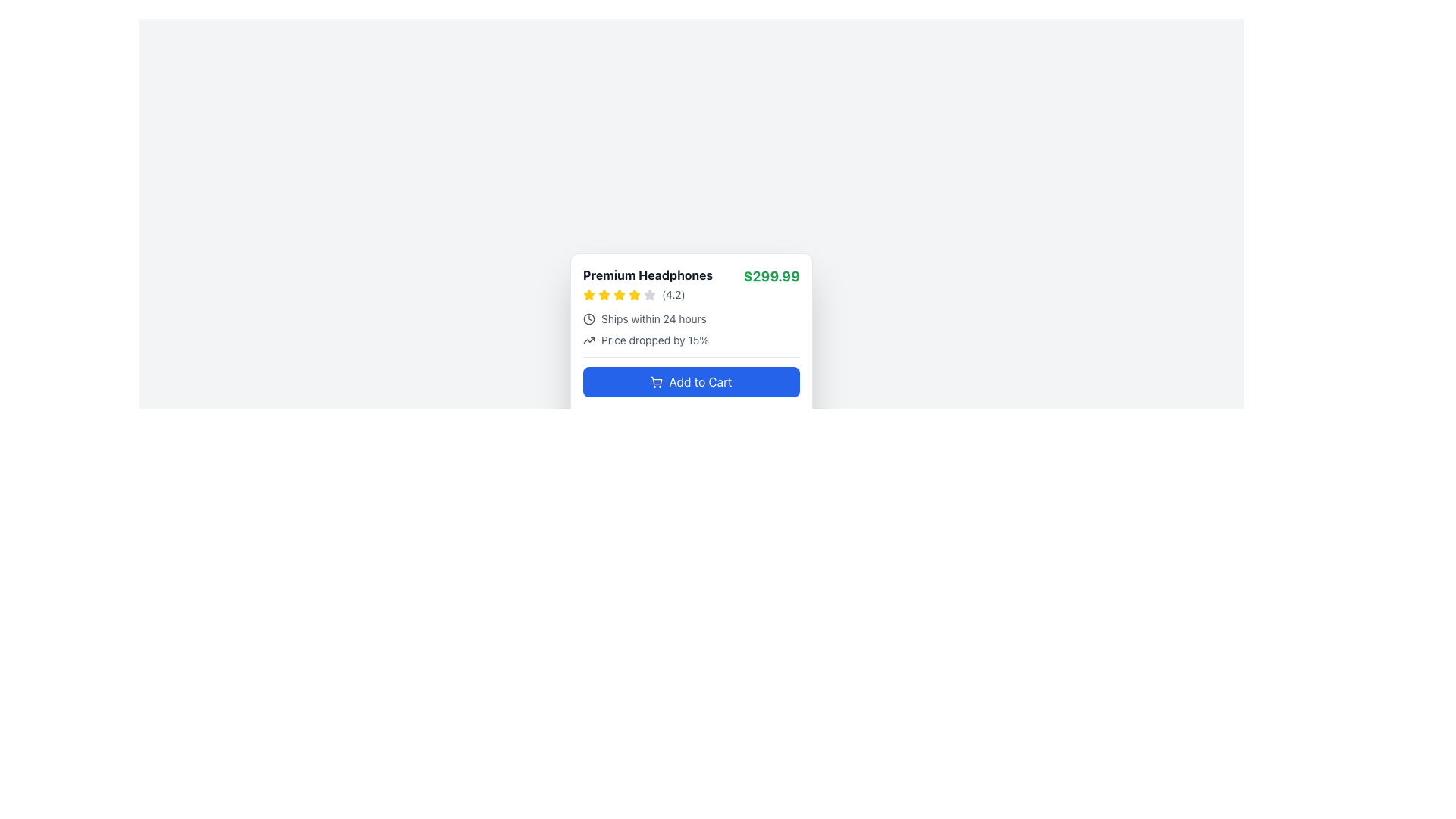 The width and height of the screenshot is (1456, 819). What do you see at coordinates (603, 294) in the screenshot?
I see `the first Star icon in the rating system to interact with it and provide a rating` at bounding box center [603, 294].